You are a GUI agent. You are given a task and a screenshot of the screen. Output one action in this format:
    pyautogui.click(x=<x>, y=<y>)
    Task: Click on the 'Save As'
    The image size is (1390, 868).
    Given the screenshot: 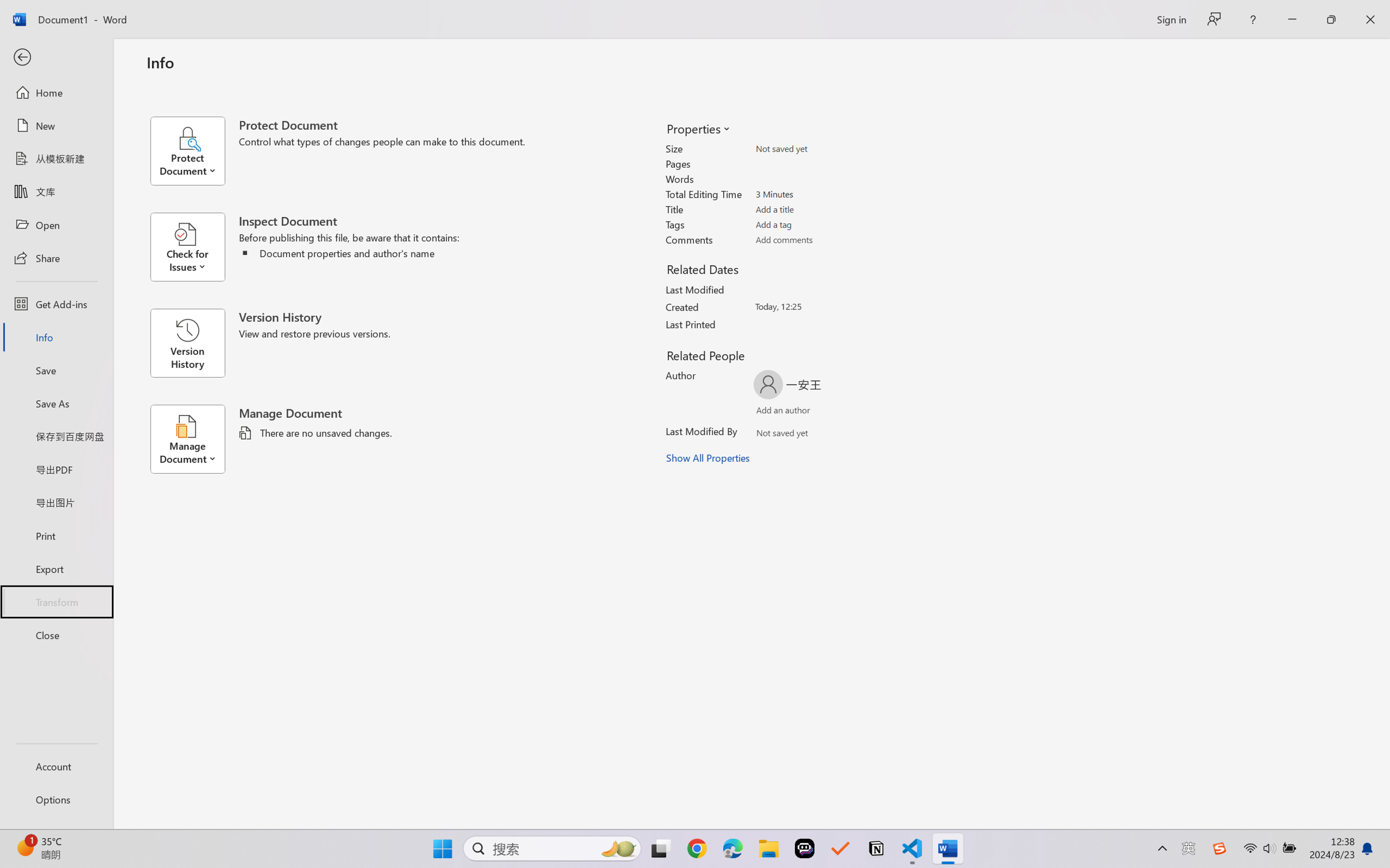 What is the action you would take?
    pyautogui.click(x=56, y=403)
    